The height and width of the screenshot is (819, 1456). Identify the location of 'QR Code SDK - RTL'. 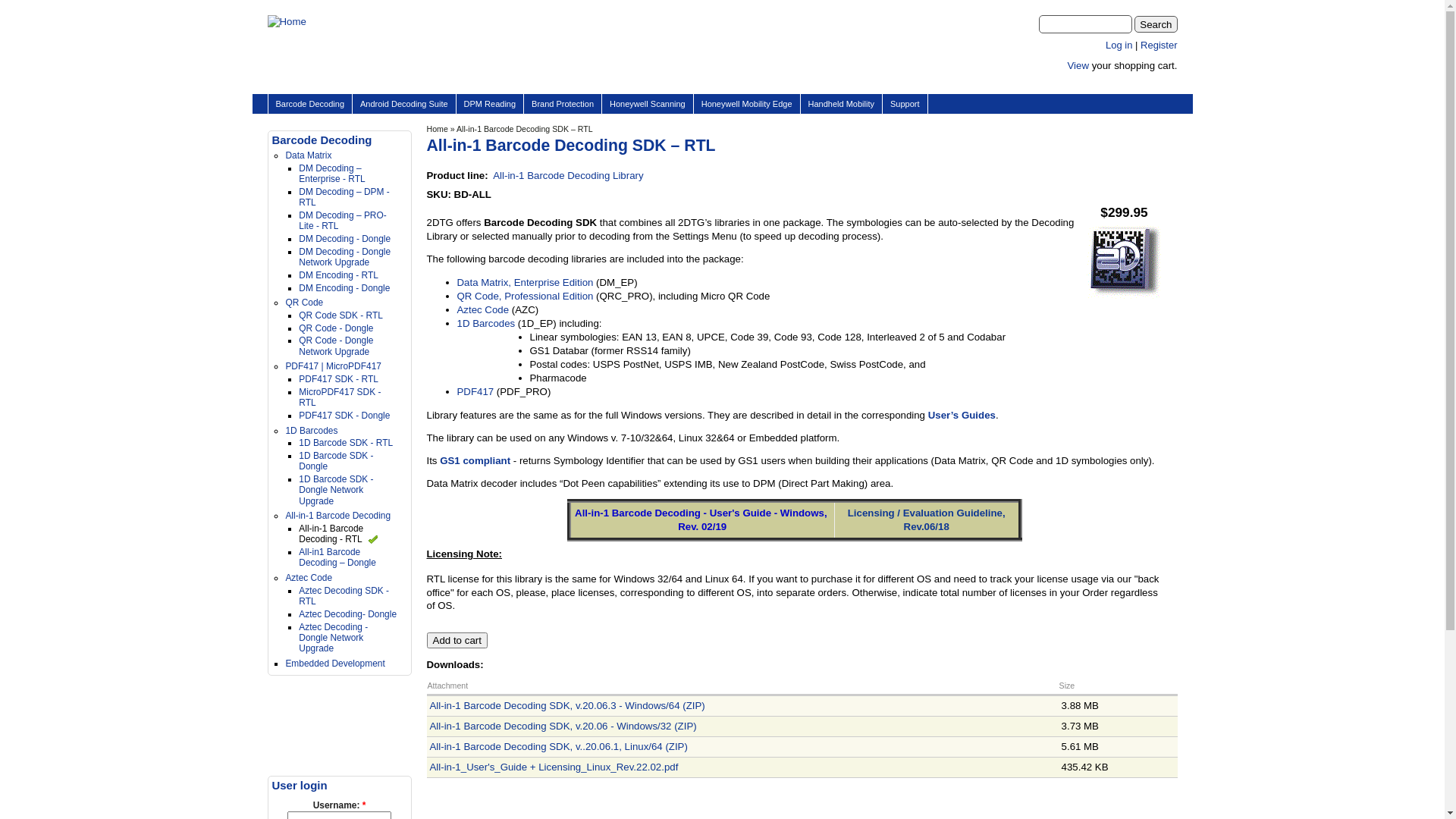
(340, 315).